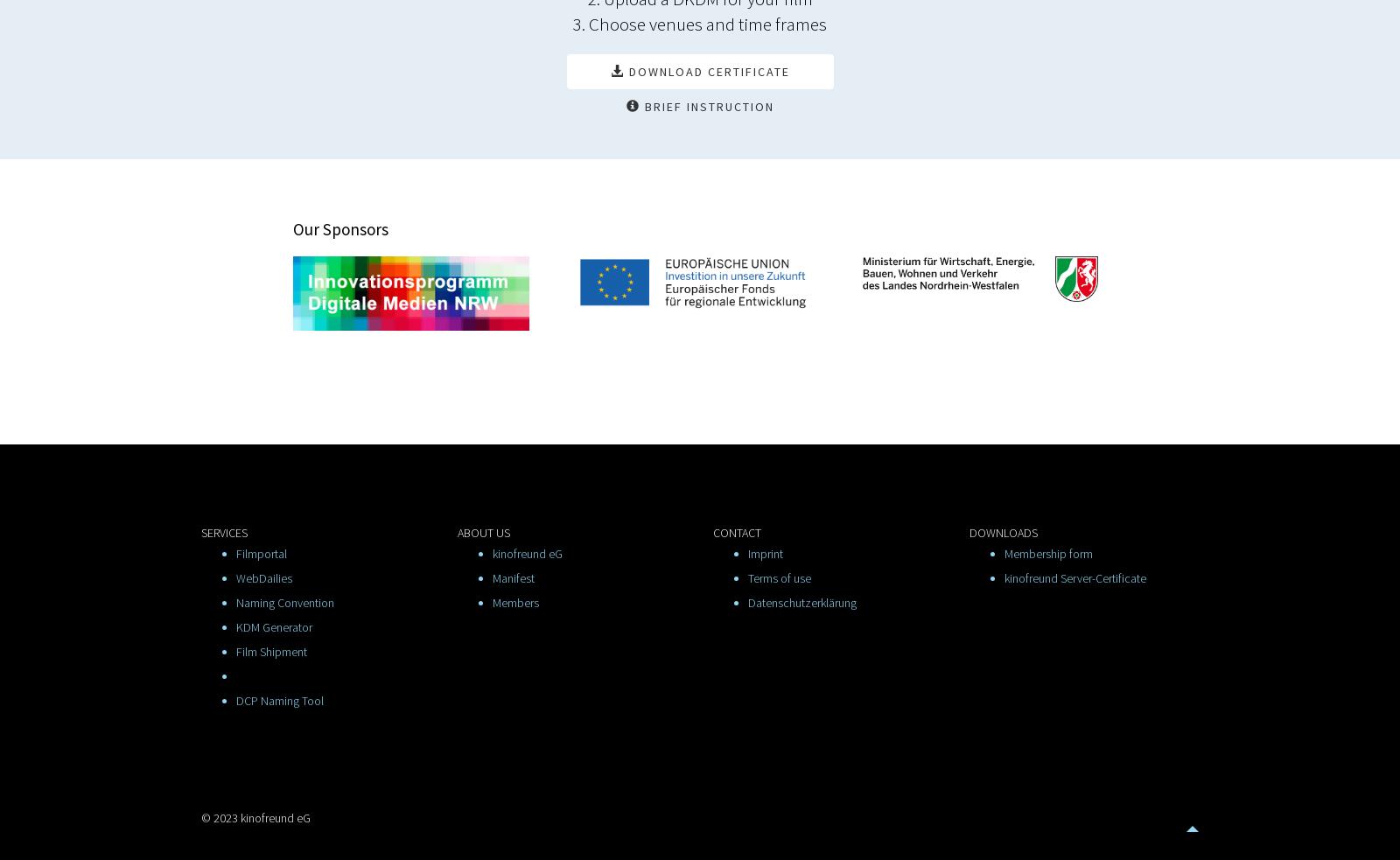 Image resolution: width=1400 pixels, height=860 pixels. Describe the element at coordinates (274, 626) in the screenshot. I see `'KDM Generator'` at that location.